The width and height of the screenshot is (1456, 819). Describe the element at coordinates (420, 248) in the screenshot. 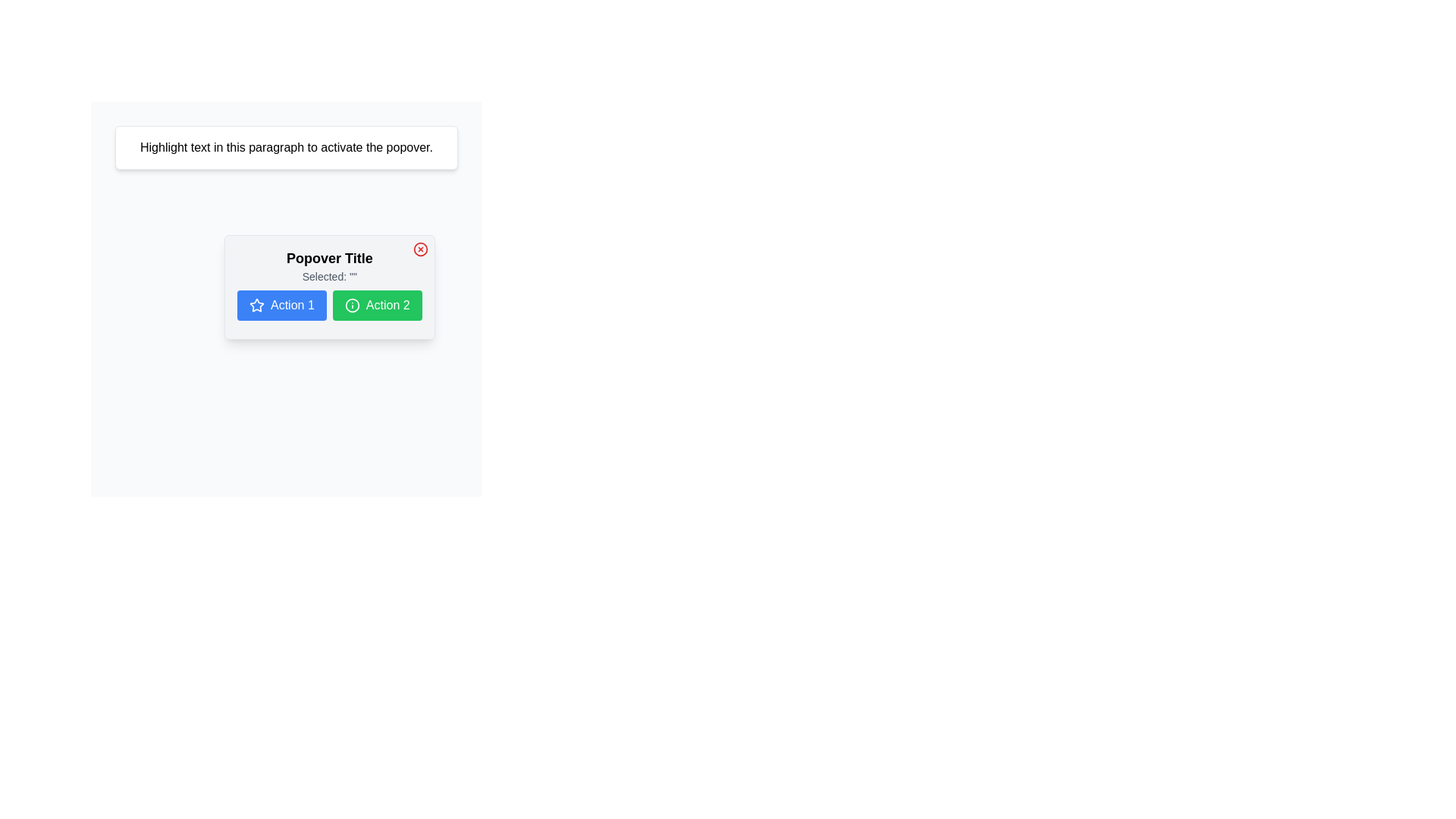

I see `the close button located at the top-right corner of the popover interface` at that location.